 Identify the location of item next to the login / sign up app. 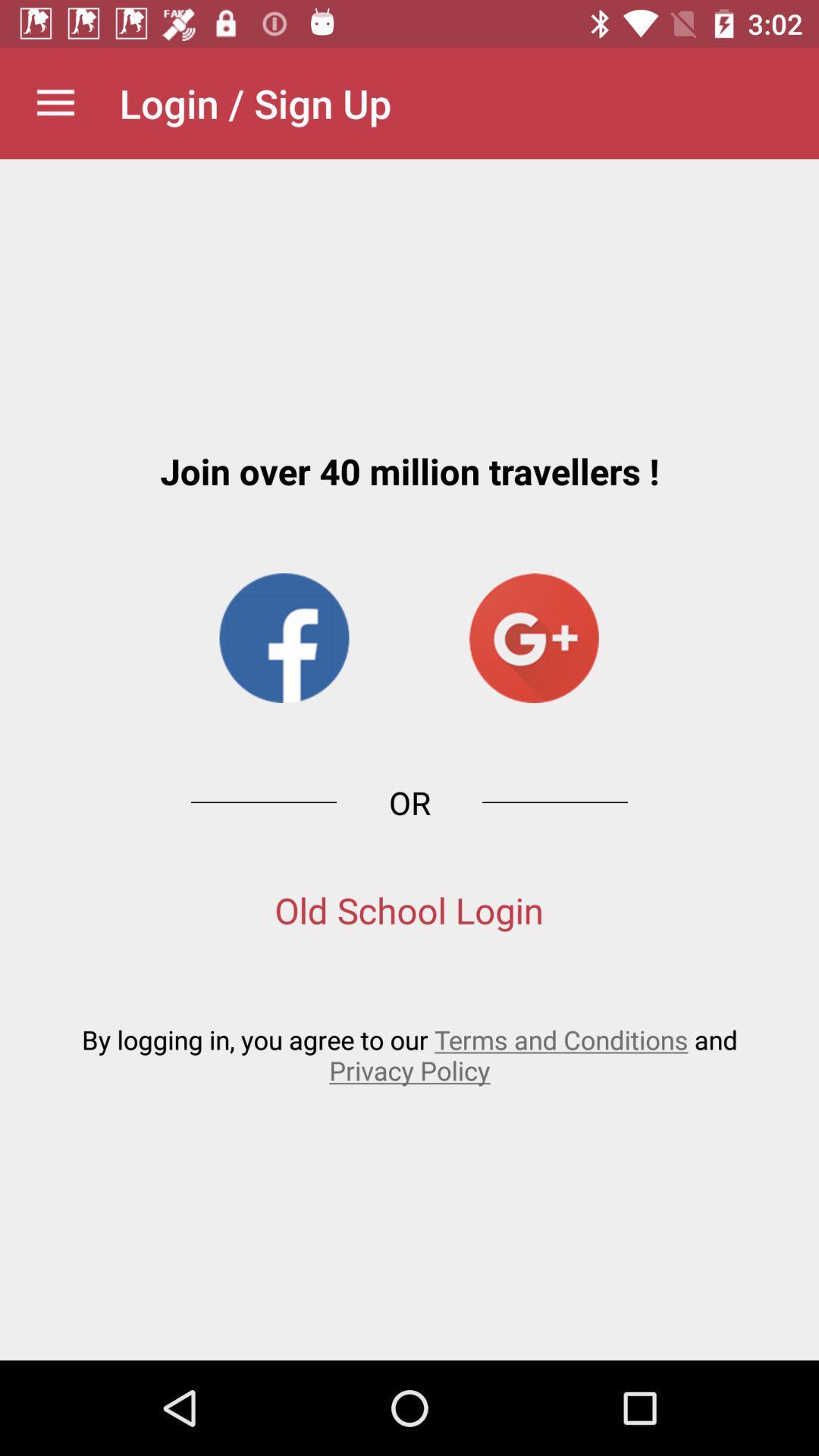
(55, 102).